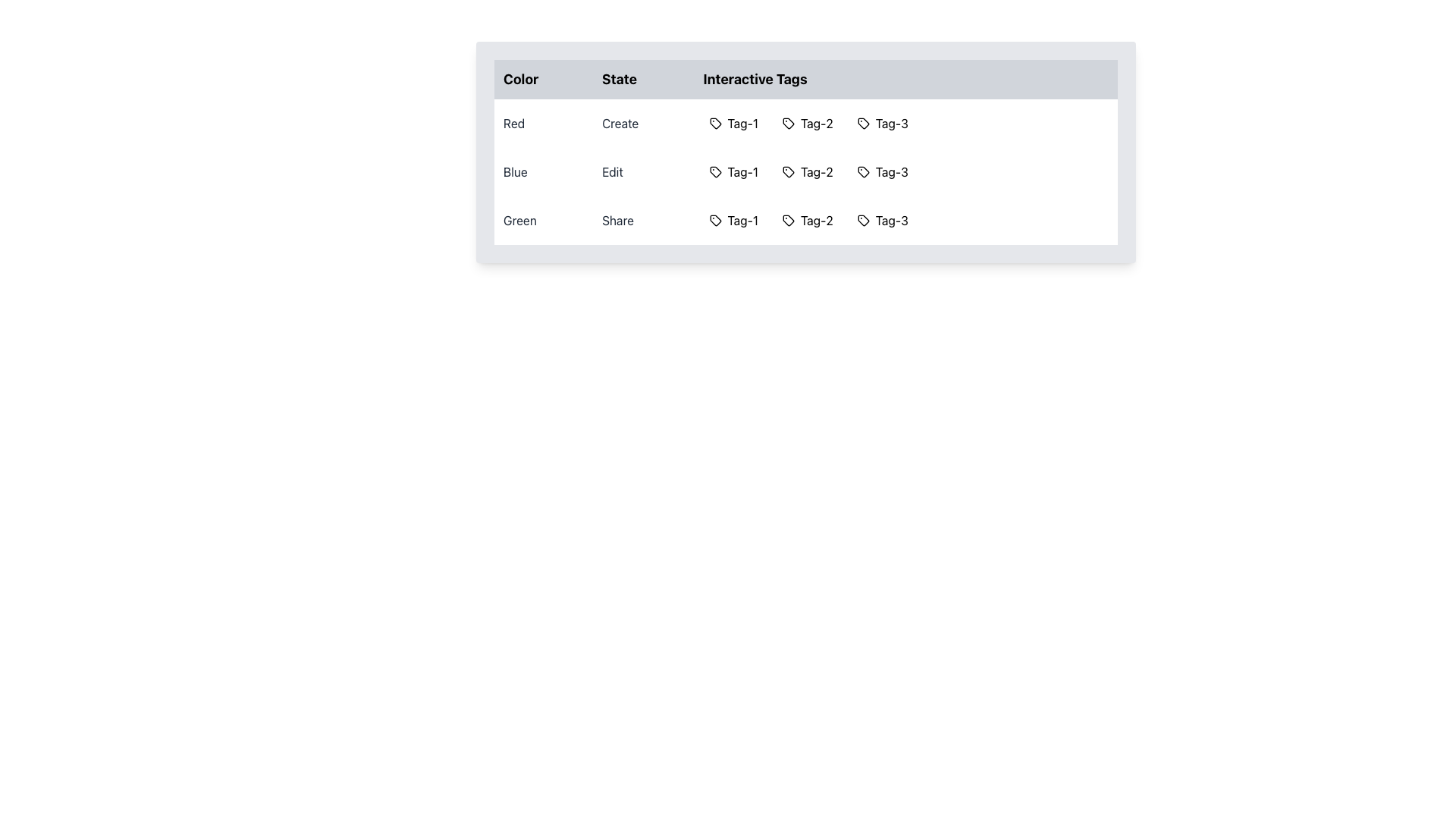 The height and width of the screenshot is (819, 1456). Describe the element at coordinates (714, 171) in the screenshot. I see `the blue tag-shaped icon with a hollow interior located in the second row of the three-row table under the 'Interactive Tags' column, next to 'Tag-1', which is aligned with the 'Edit' state from the 'State' column` at that location.